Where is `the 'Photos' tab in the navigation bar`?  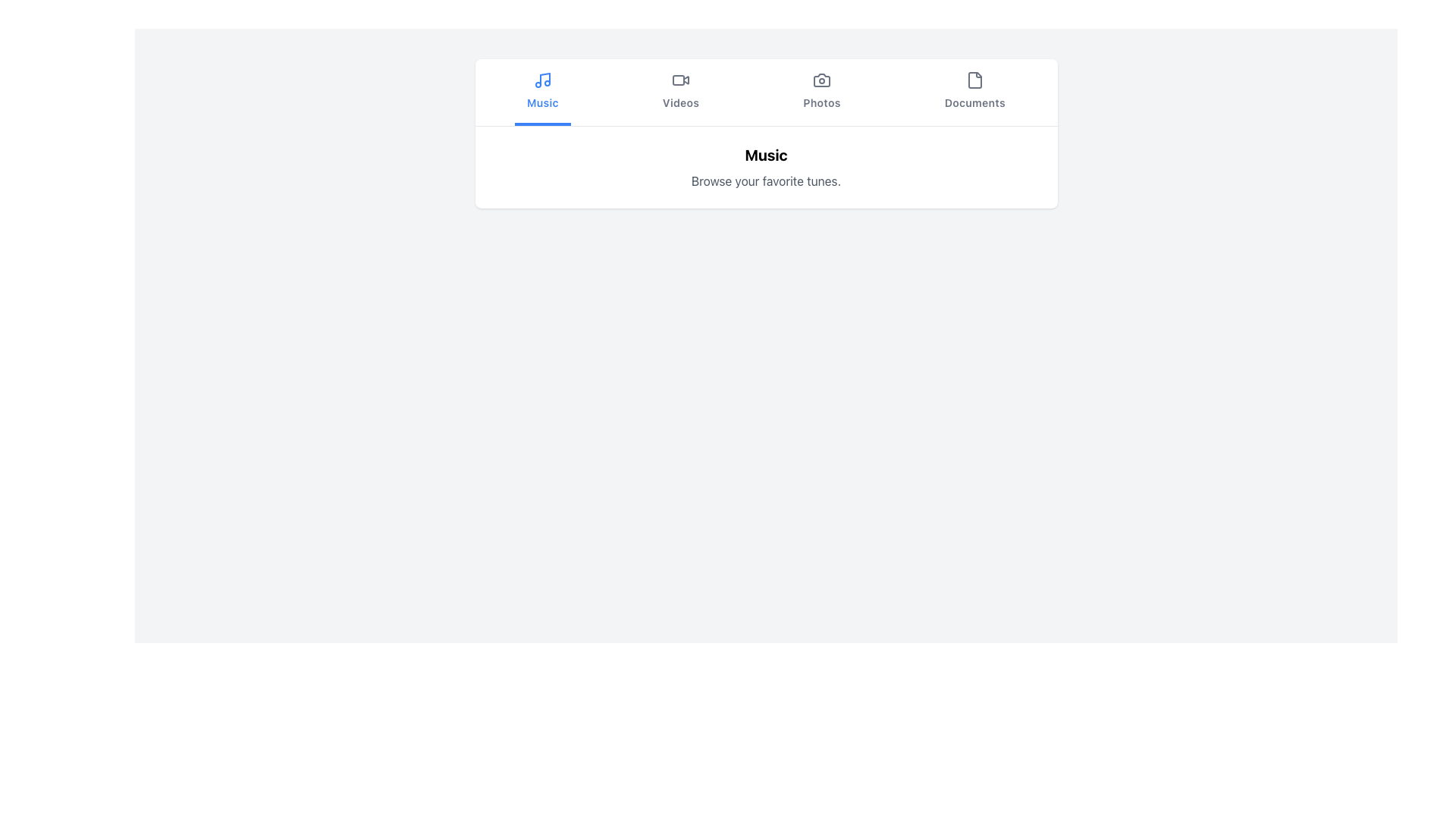
the 'Photos' tab in the navigation bar is located at coordinates (821, 93).